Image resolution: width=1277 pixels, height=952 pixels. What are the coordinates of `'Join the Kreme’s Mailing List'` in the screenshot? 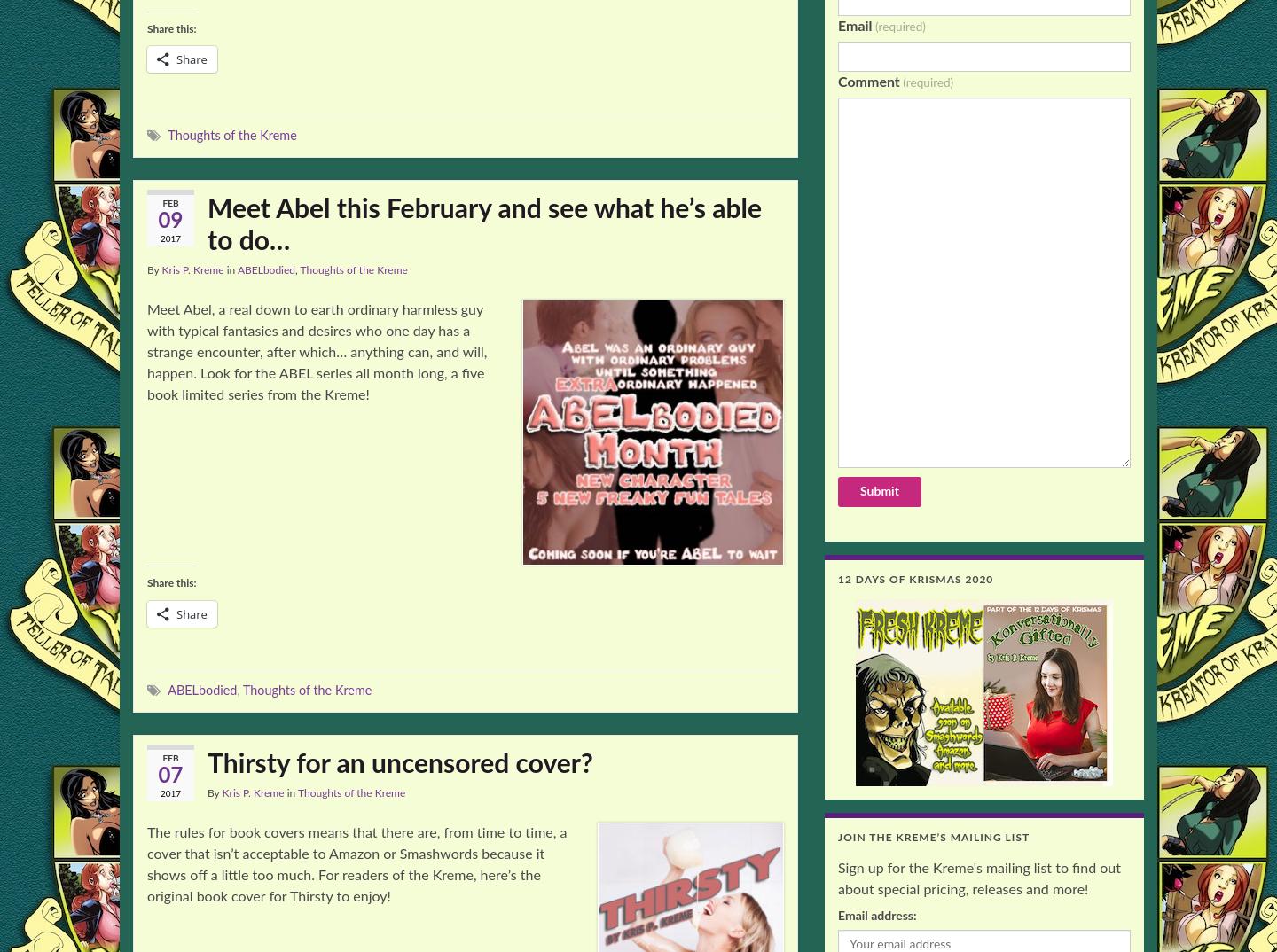 It's located at (933, 838).